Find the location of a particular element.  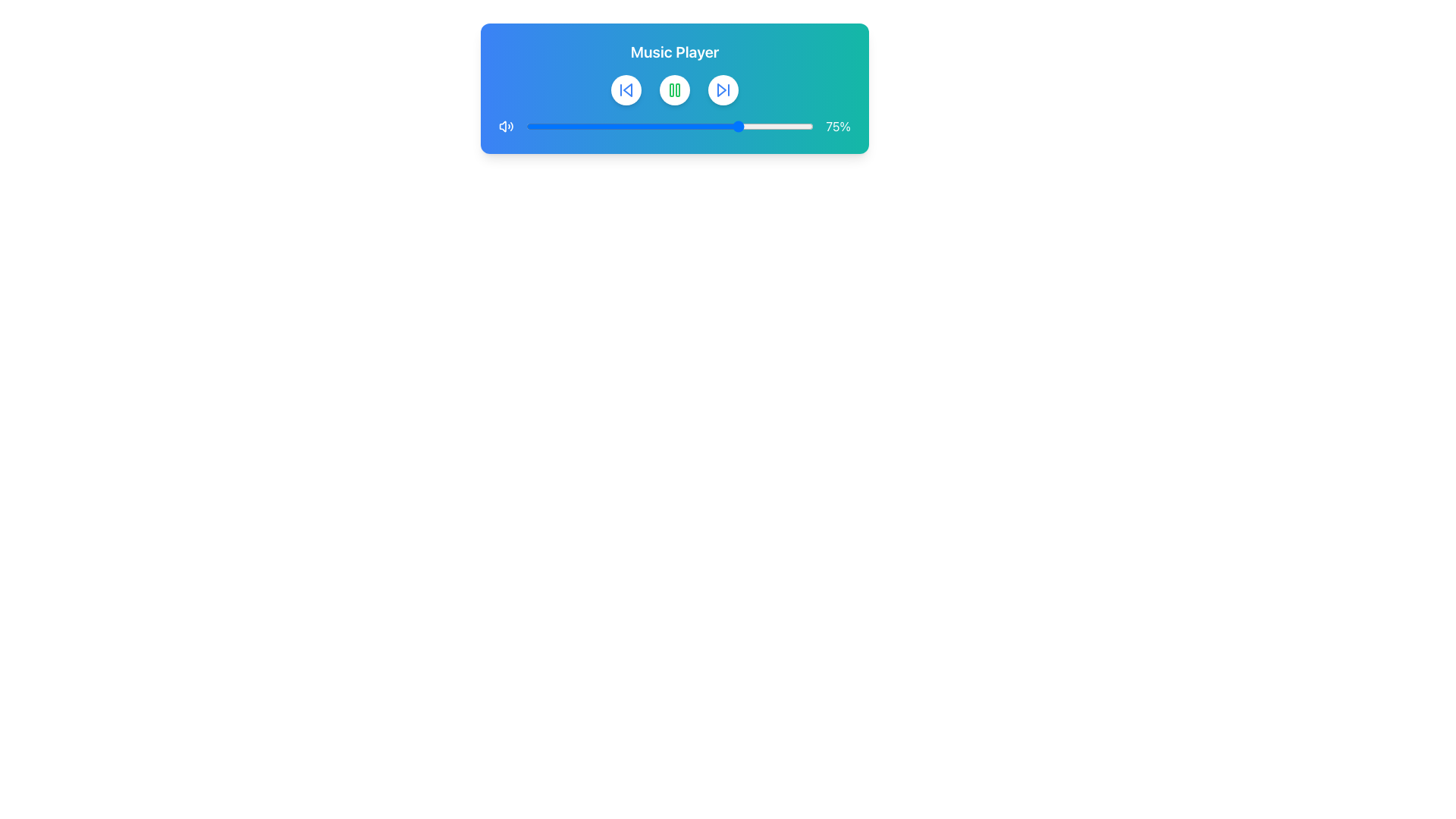

the backward navigation button located to the left of the green play/pause button in the media player interface is located at coordinates (626, 90).